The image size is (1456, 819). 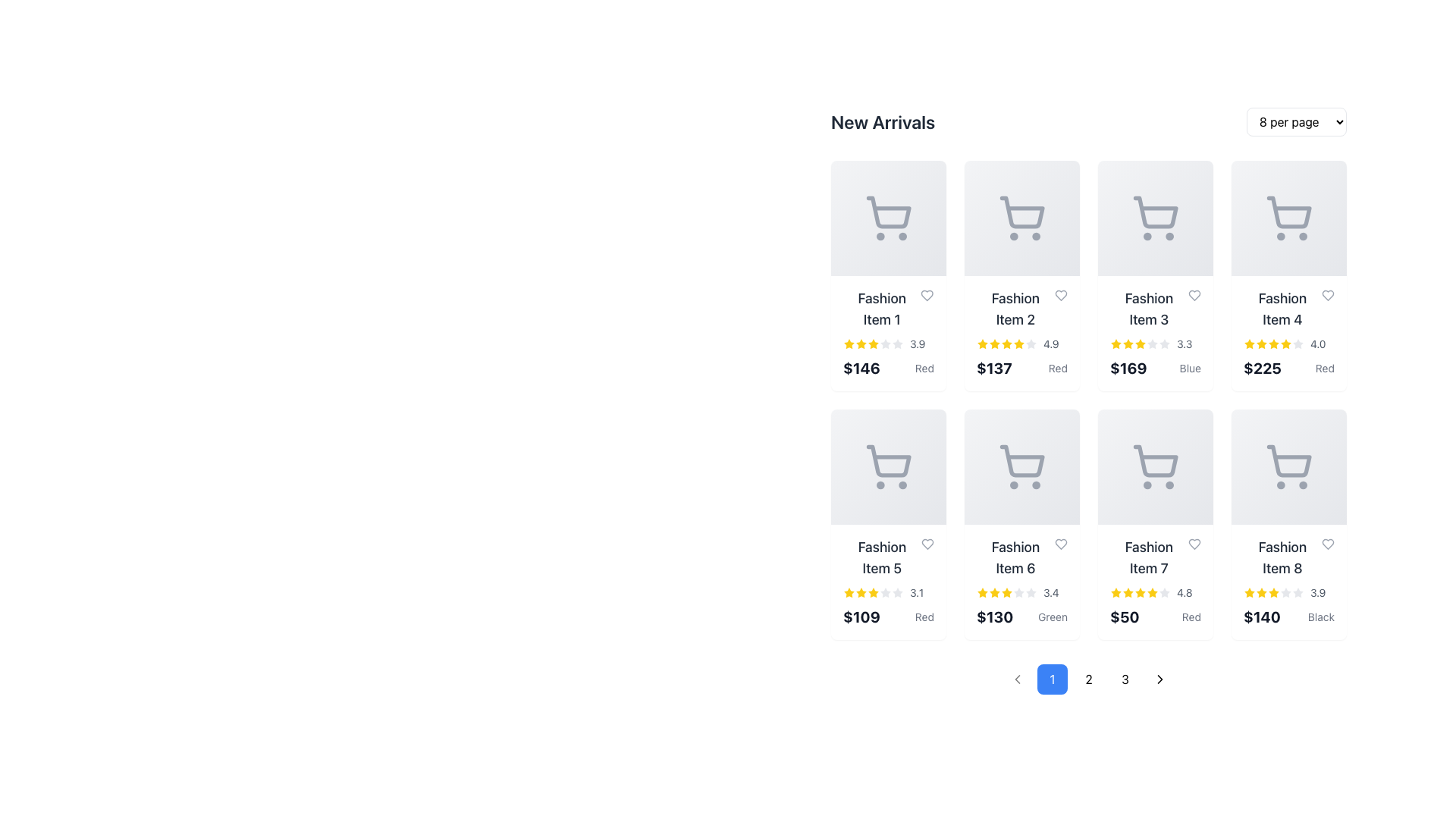 What do you see at coordinates (1140, 592) in the screenshot?
I see `the fifth yellow star icon in the rating stars row, located at the bottom right of the product card labeled 'Fashion Item 7' beneath '4.8'` at bounding box center [1140, 592].